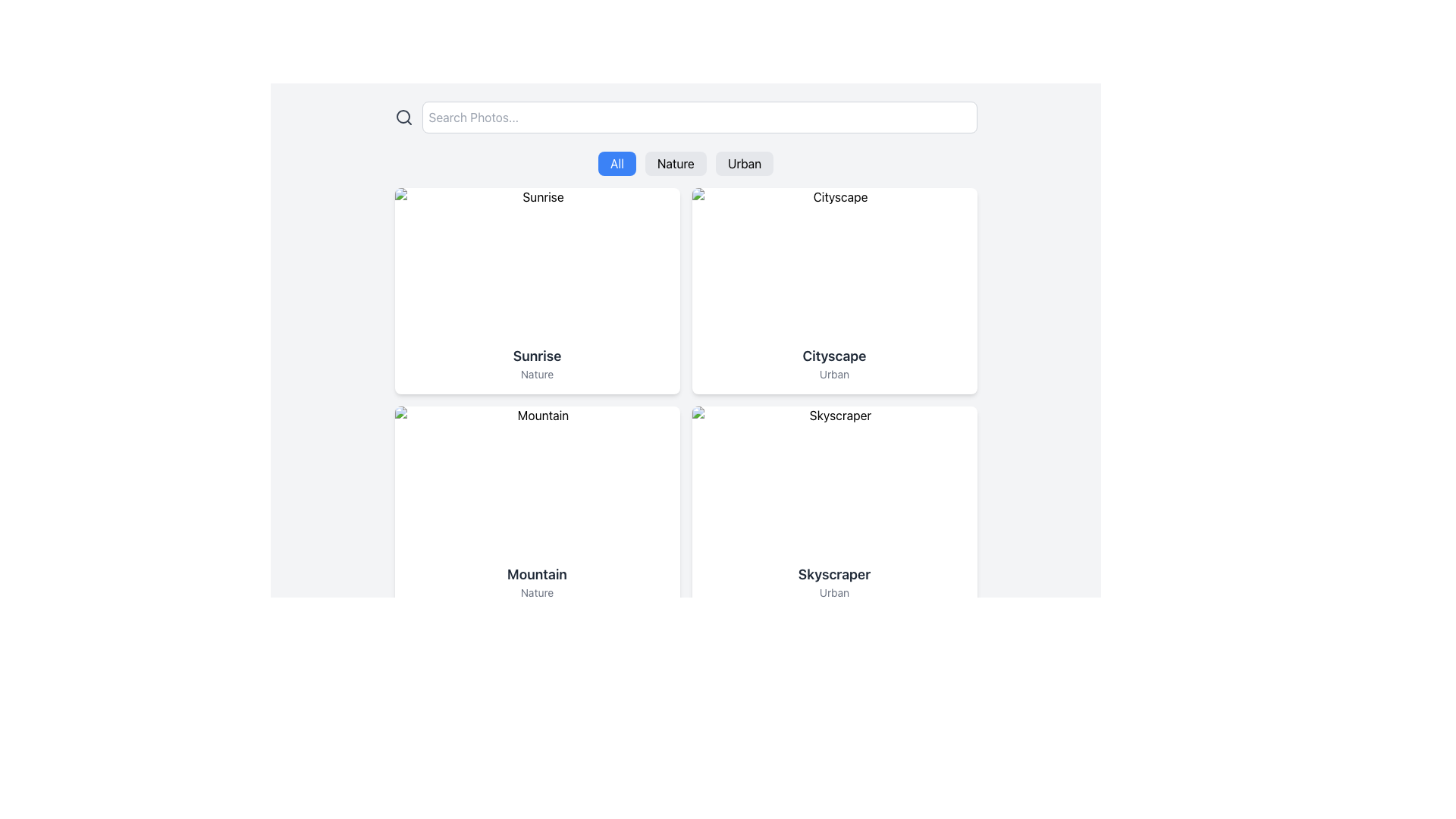 This screenshot has height=819, width=1456. What do you see at coordinates (537, 509) in the screenshot?
I see `the card component labeled 'Mountain' in the Nature category` at bounding box center [537, 509].